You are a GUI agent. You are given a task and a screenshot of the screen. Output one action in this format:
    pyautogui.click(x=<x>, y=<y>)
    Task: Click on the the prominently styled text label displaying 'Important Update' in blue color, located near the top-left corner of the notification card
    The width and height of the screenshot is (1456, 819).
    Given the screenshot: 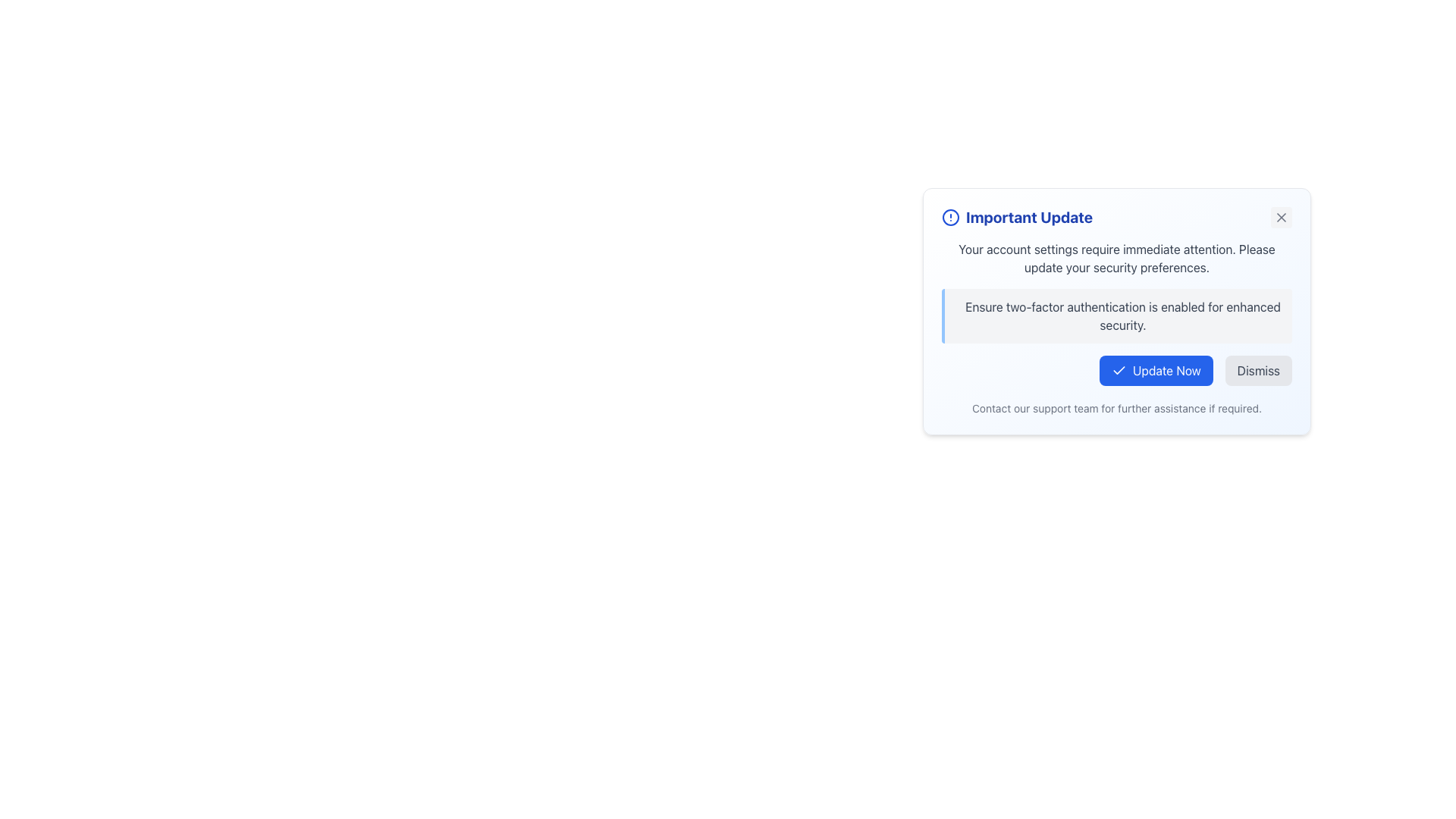 What is the action you would take?
    pyautogui.click(x=1017, y=217)
    